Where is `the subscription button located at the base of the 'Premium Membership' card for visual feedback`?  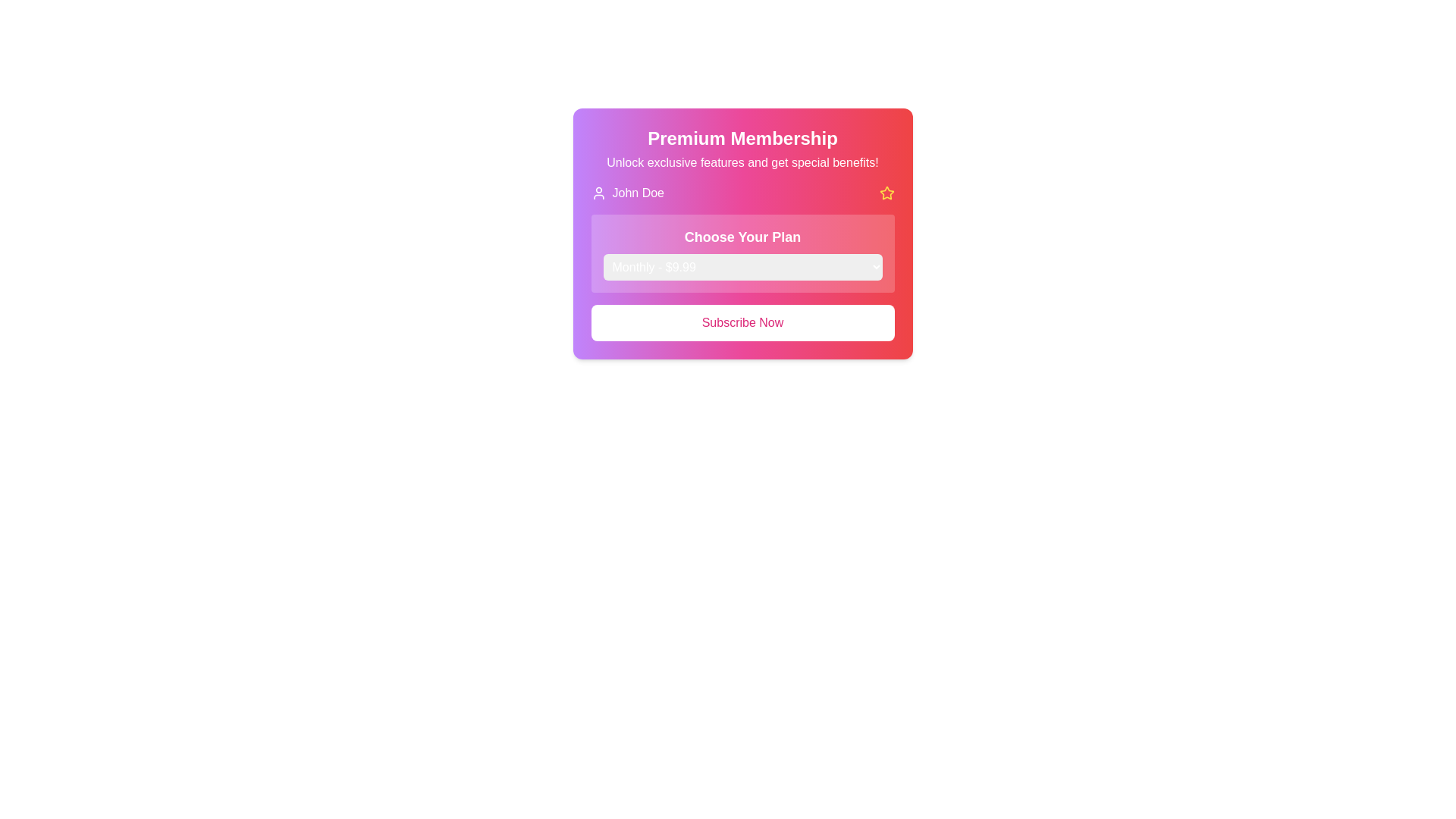 the subscription button located at the base of the 'Premium Membership' card for visual feedback is located at coordinates (742, 322).